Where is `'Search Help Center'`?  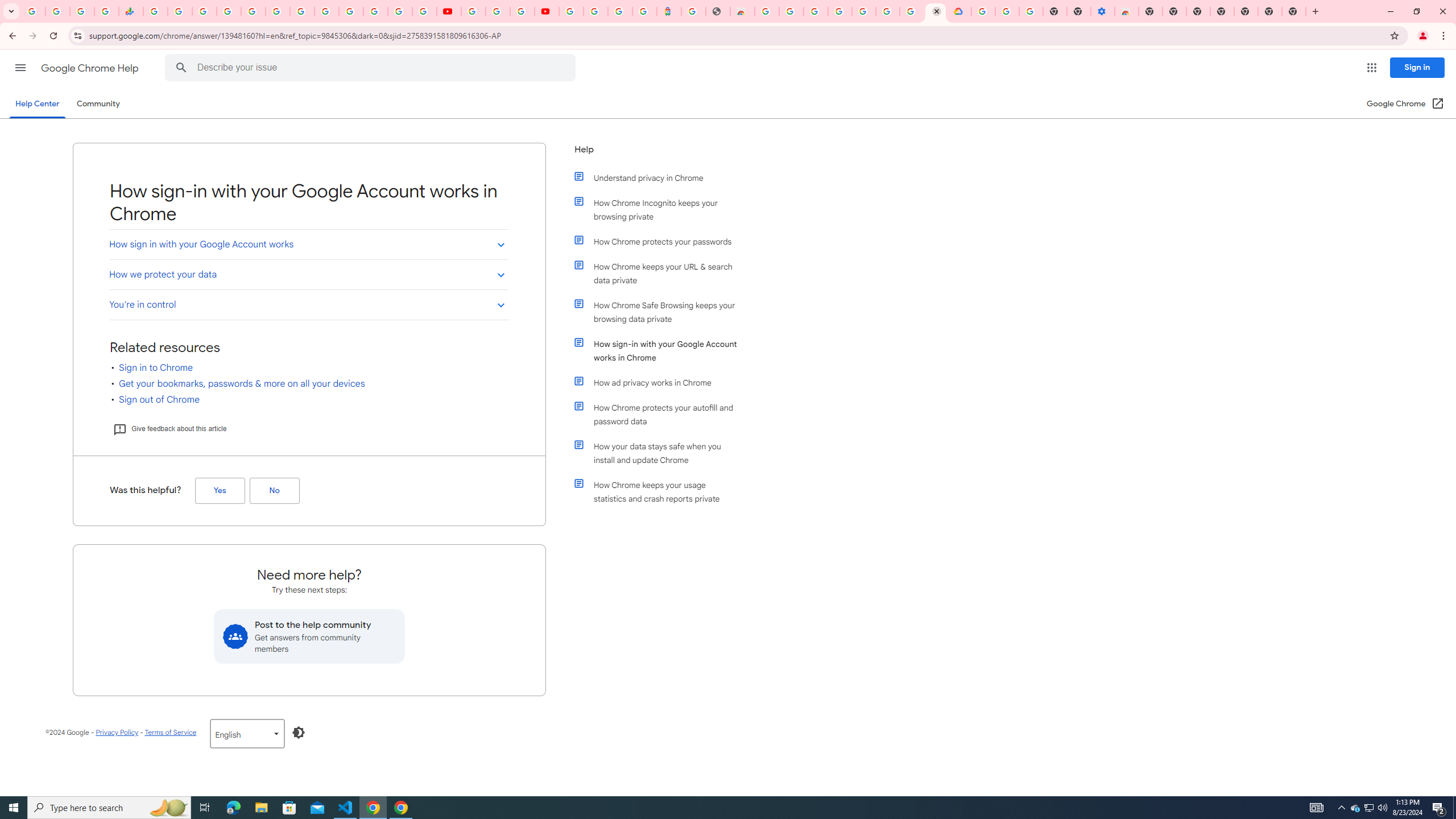 'Search Help Center' is located at coordinates (180, 67).